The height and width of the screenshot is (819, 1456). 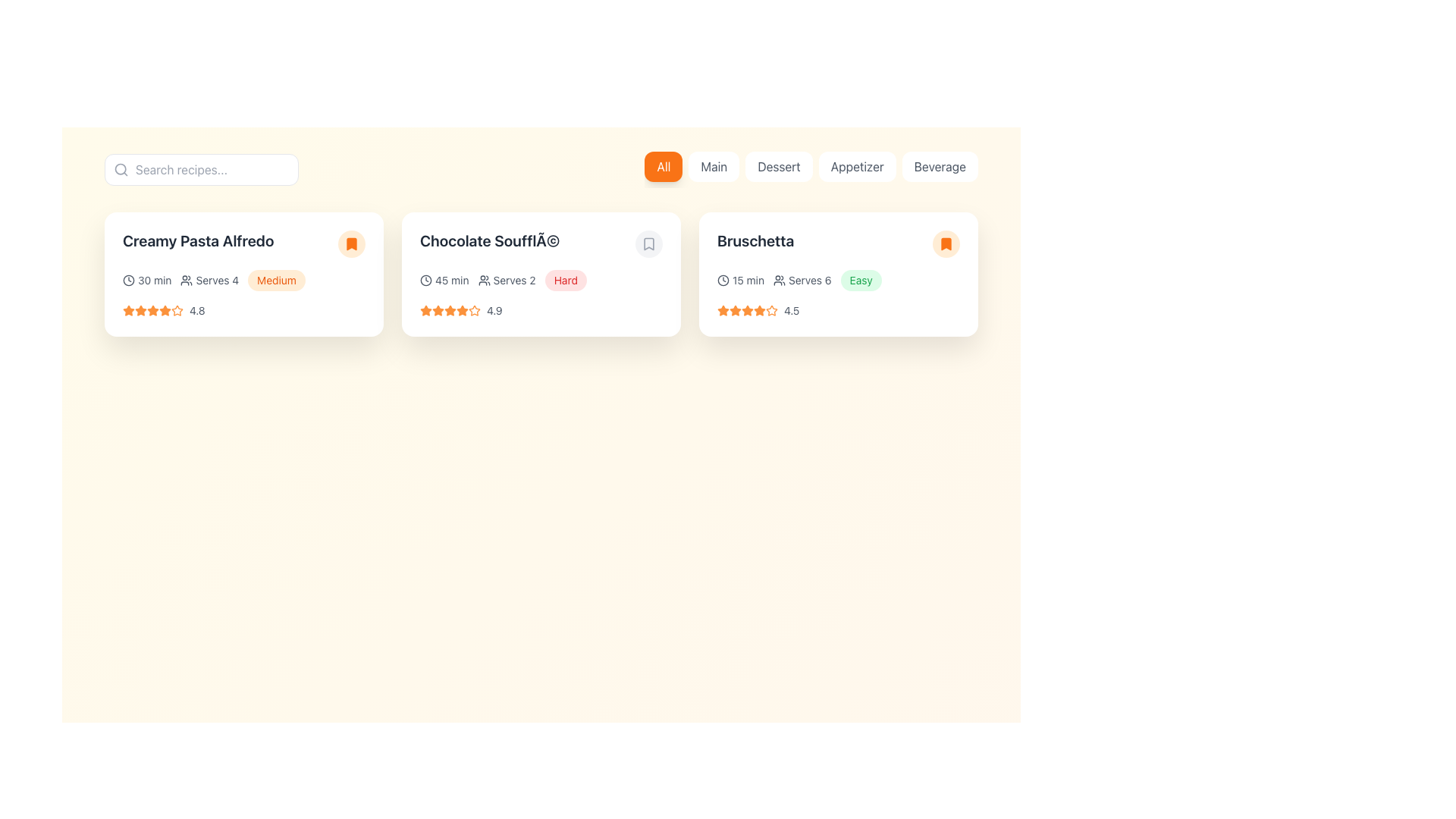 I want to click on the text label displaying '45 min', which is located below the title 'Chocolate Soufflé', to the right of the clock icon, and before the 'Serves 2' label, so click(x=451, y=281).